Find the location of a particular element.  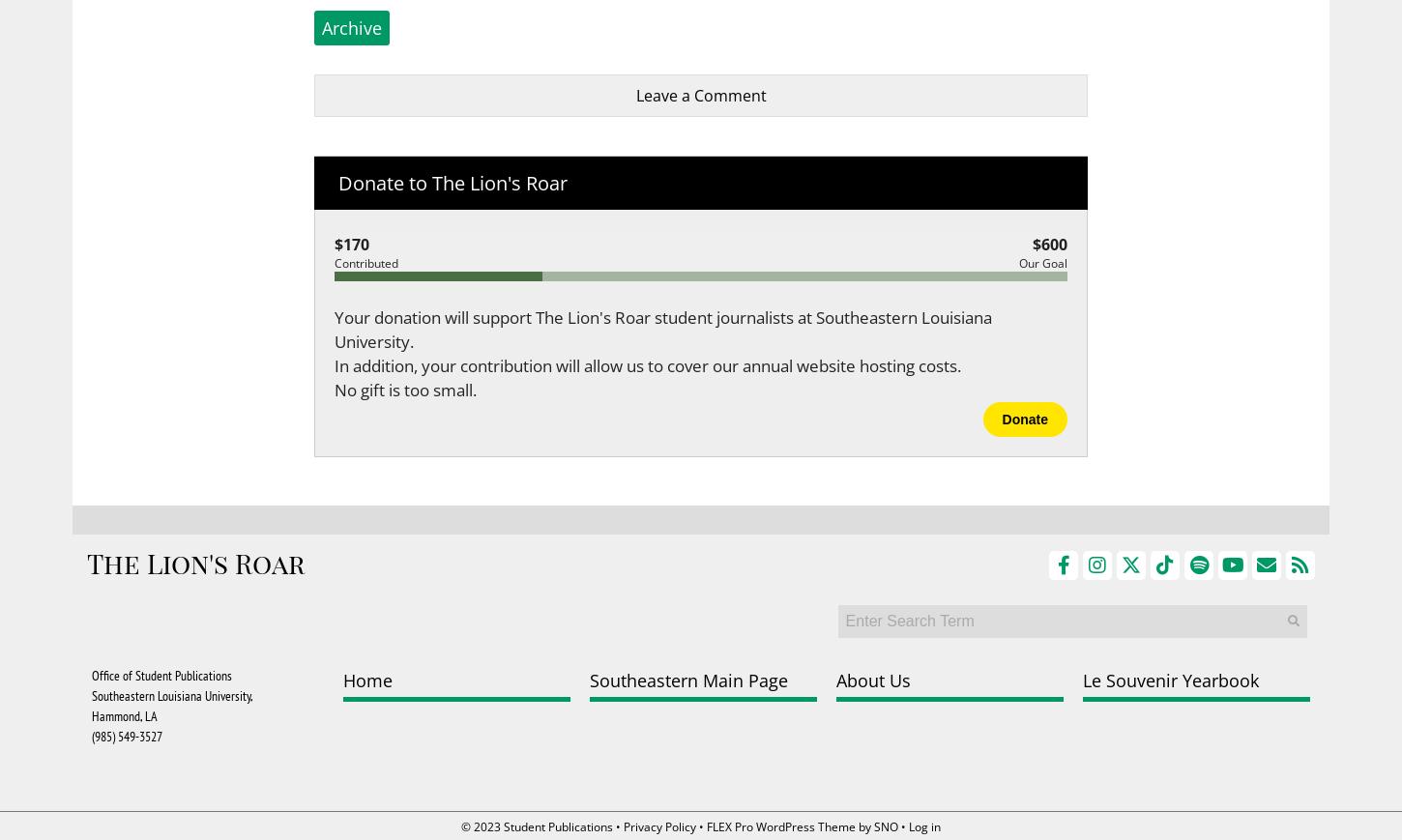

'Donate to The Lion's Roar' is located at coordinates (338, 181).